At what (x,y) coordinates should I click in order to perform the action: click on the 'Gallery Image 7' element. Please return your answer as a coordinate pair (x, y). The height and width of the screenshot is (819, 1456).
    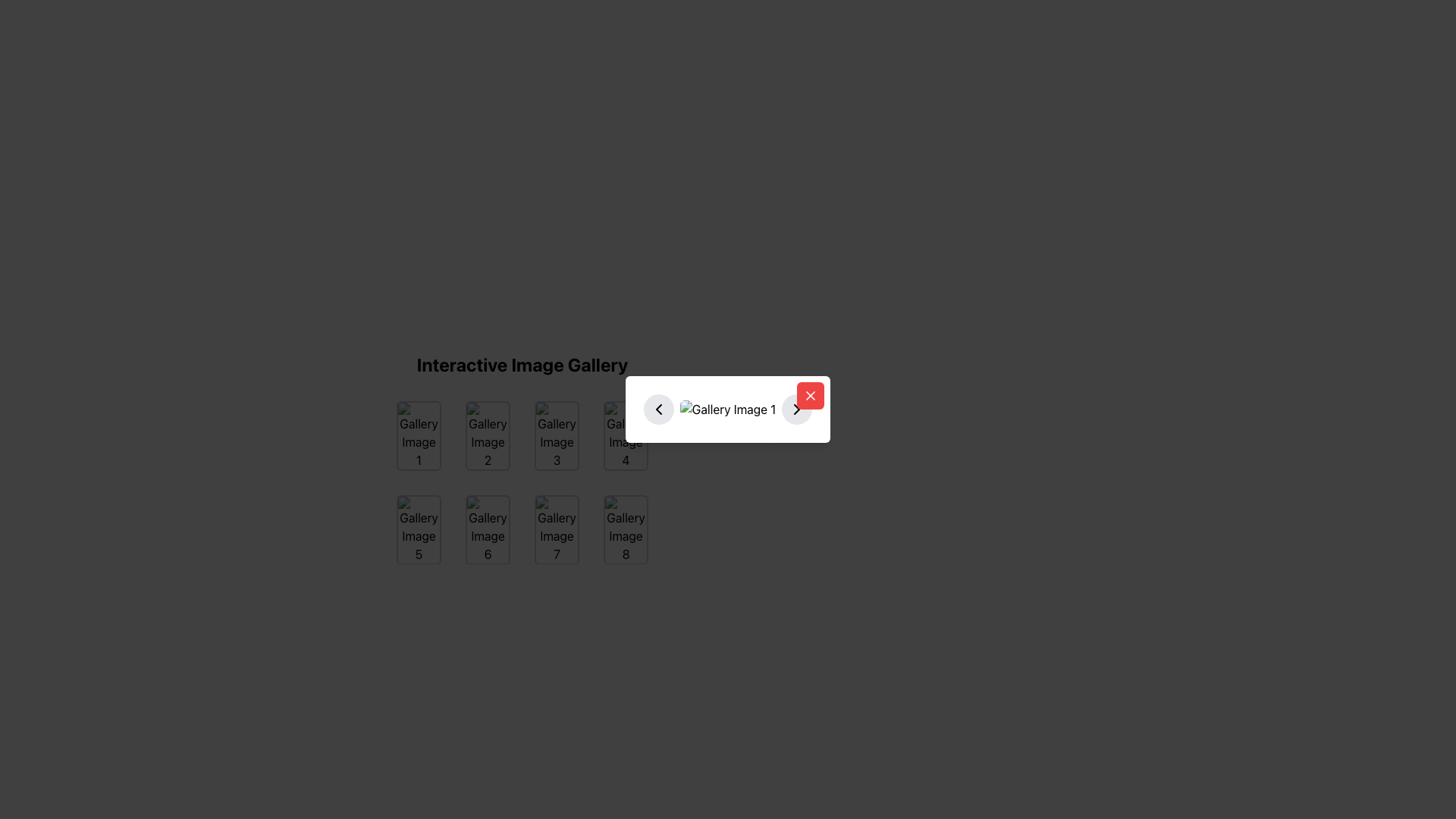
    Looking at the image, I should click on (556, 529).